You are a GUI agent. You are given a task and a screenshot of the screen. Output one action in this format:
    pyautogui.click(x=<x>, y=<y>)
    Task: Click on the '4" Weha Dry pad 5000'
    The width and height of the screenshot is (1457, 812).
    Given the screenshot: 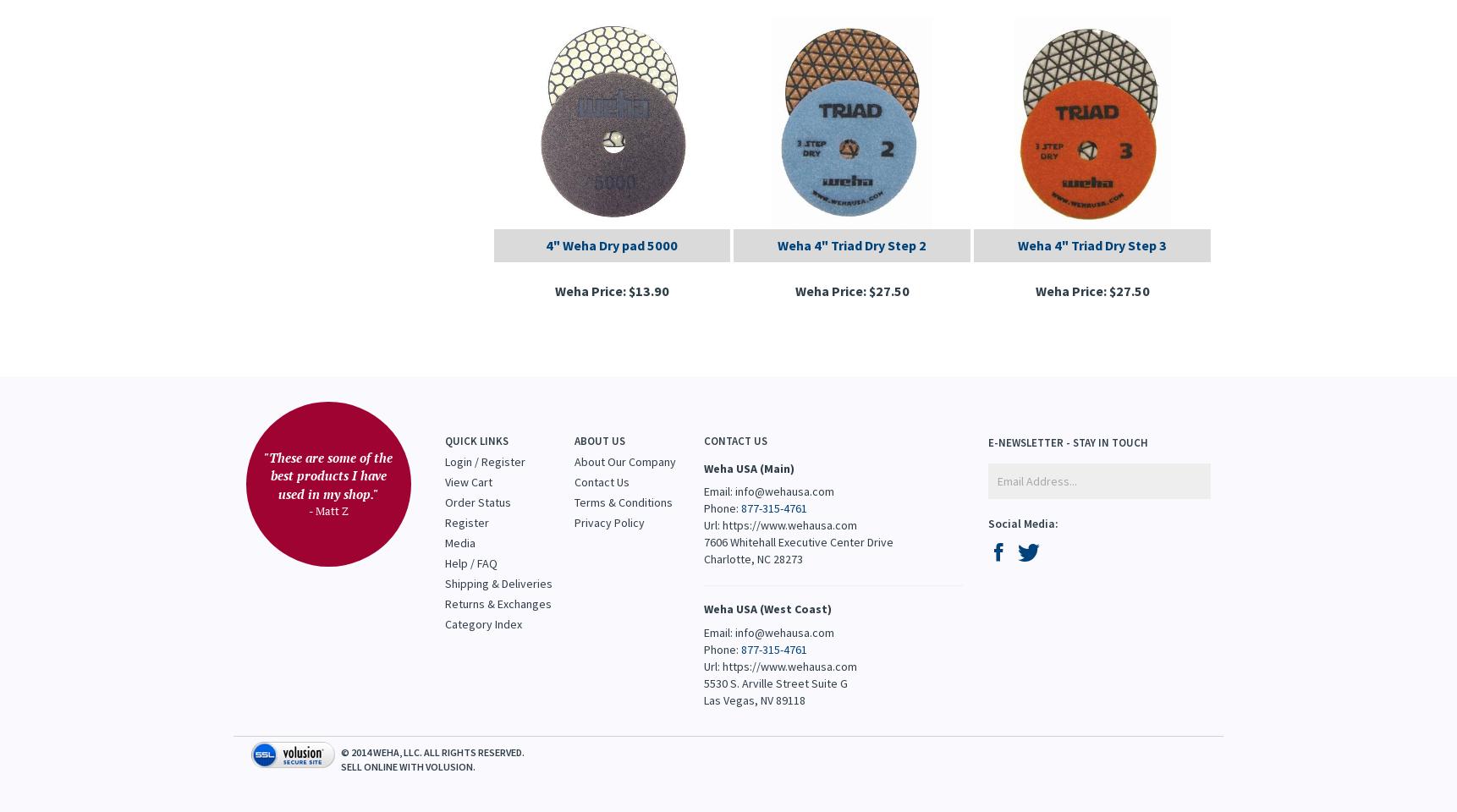 What is the action you would take?
    pyautogui.click(x=611, y=243)
    